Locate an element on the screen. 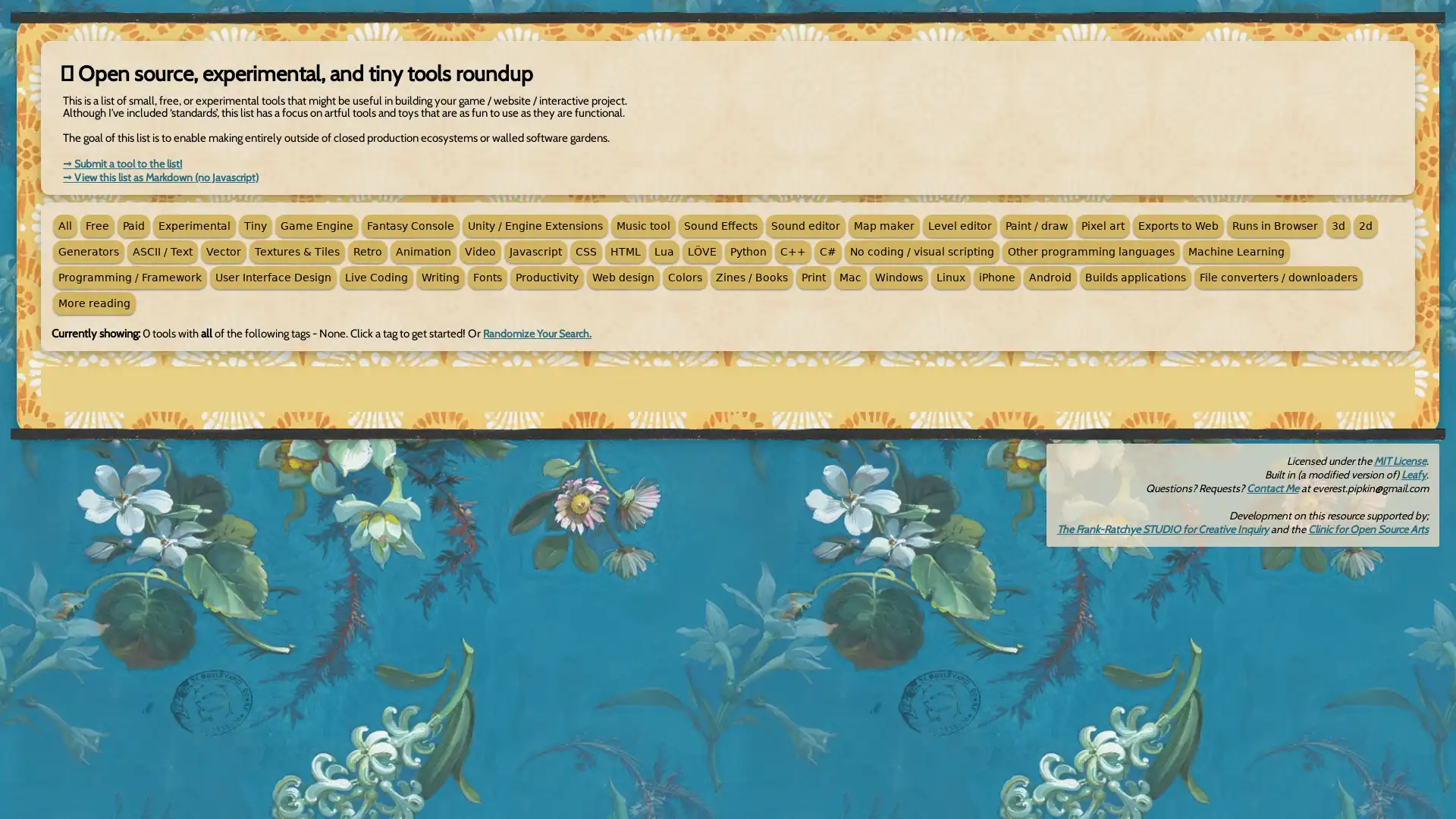 The width and height of the screenshot is (1456, 819). Web design is located at coordinates (623, 278).